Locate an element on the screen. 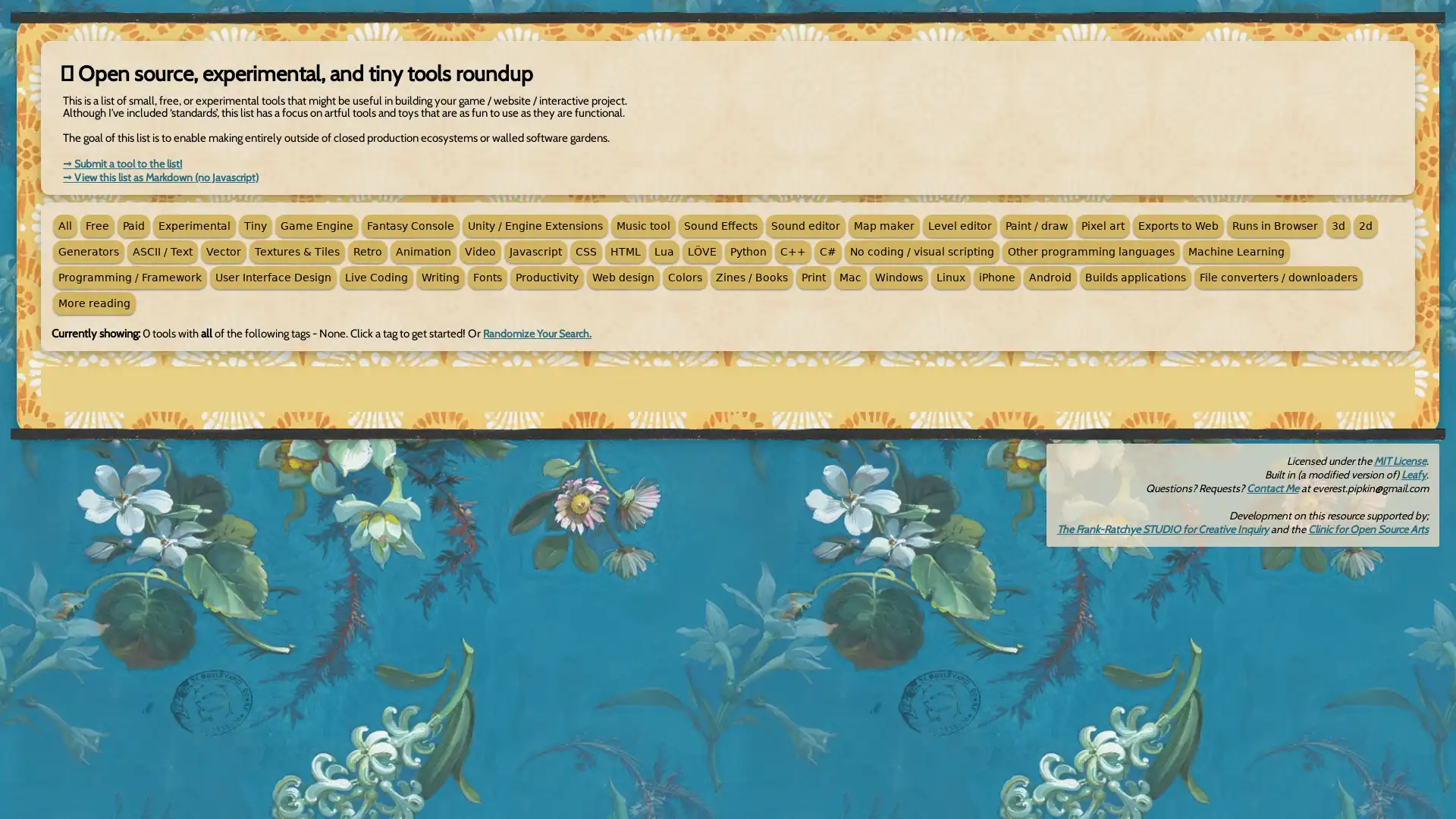 The width and height of the screenshot is (1456, 819). Web design is located at coordinates (623, 278).